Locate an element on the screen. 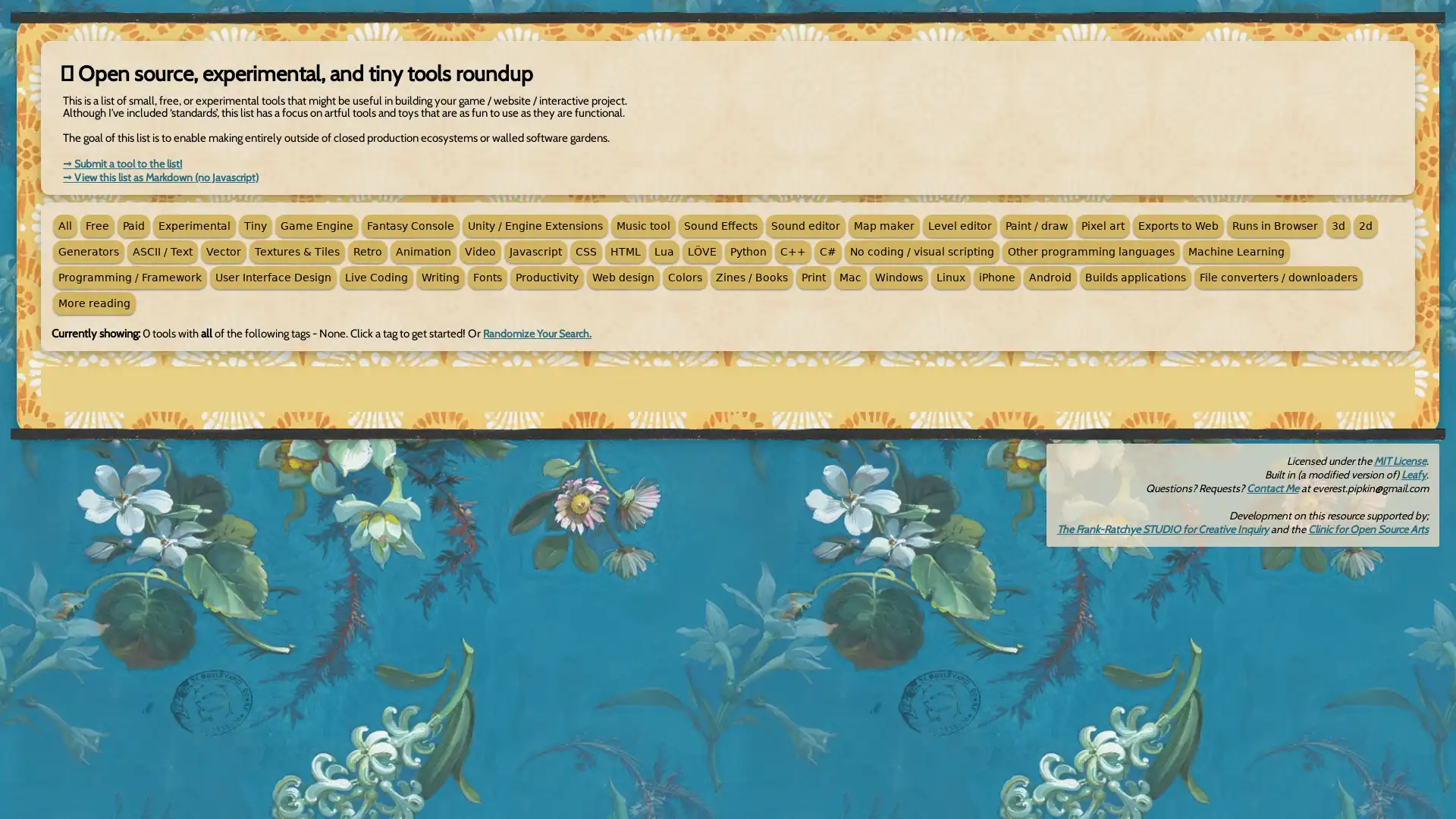 The width and height of the screenshot is (1456, 819). Web design is located at coordinates (623, 278).